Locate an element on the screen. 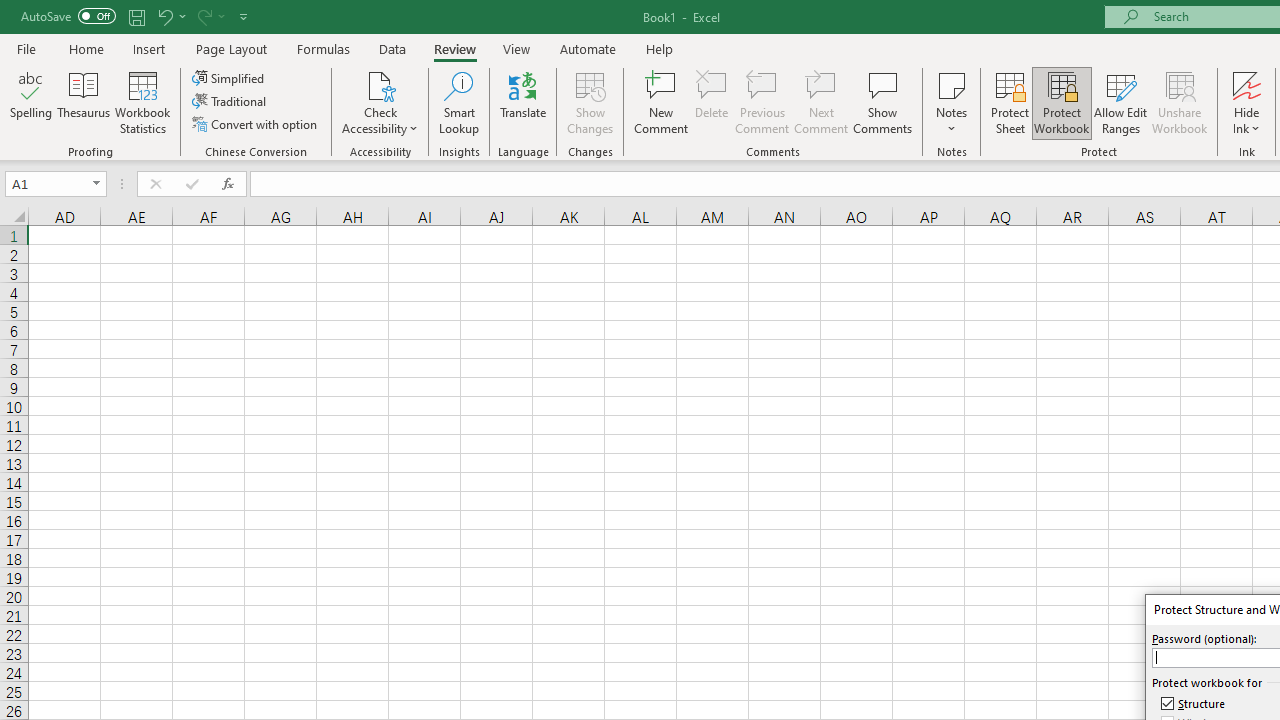 Image resolution: width=1280 pixels, height=720 pixels. 'Protect Workbook...' is located at coordinates (1060, 103).